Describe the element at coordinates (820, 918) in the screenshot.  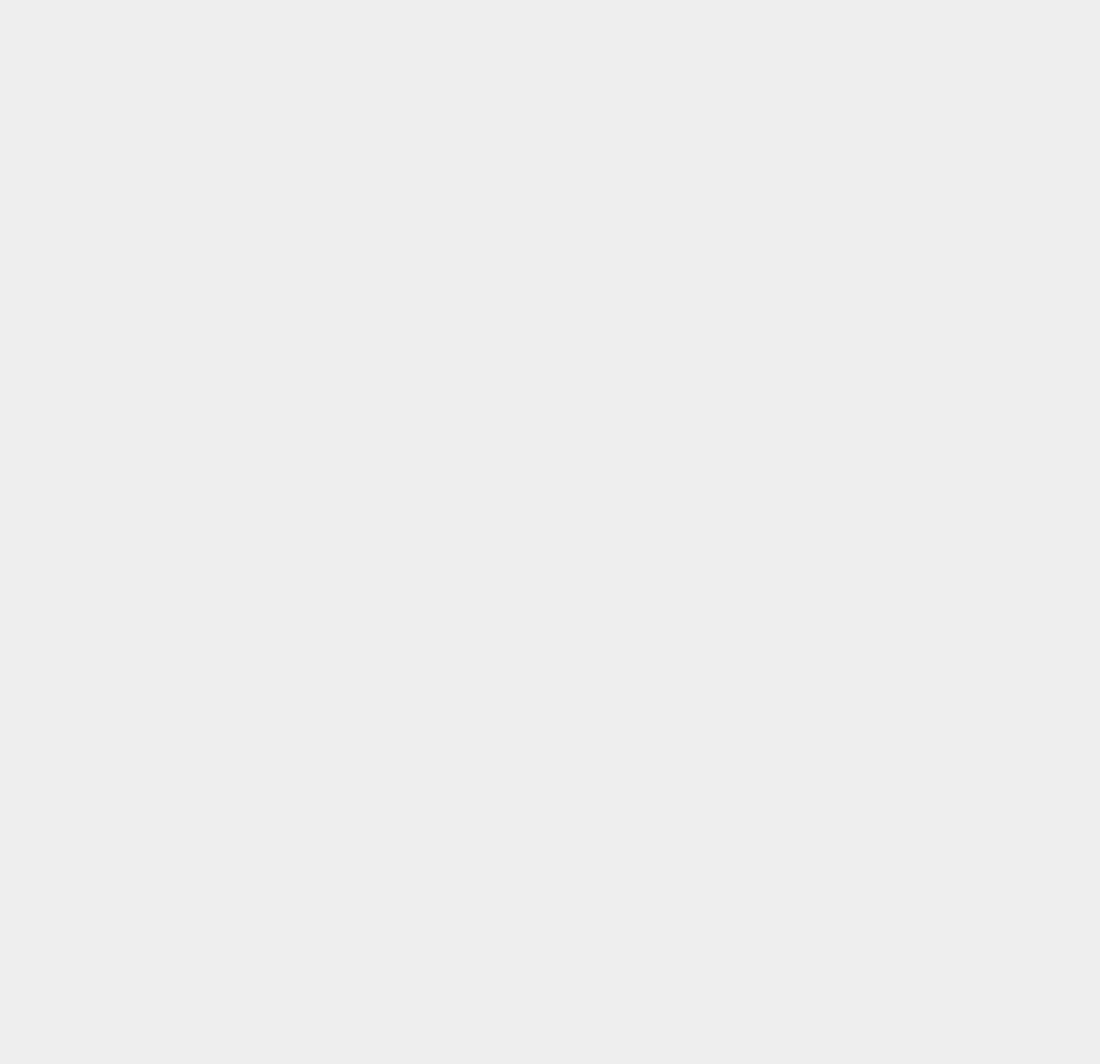
I see `'iPhone 6 Plus'` at that location.